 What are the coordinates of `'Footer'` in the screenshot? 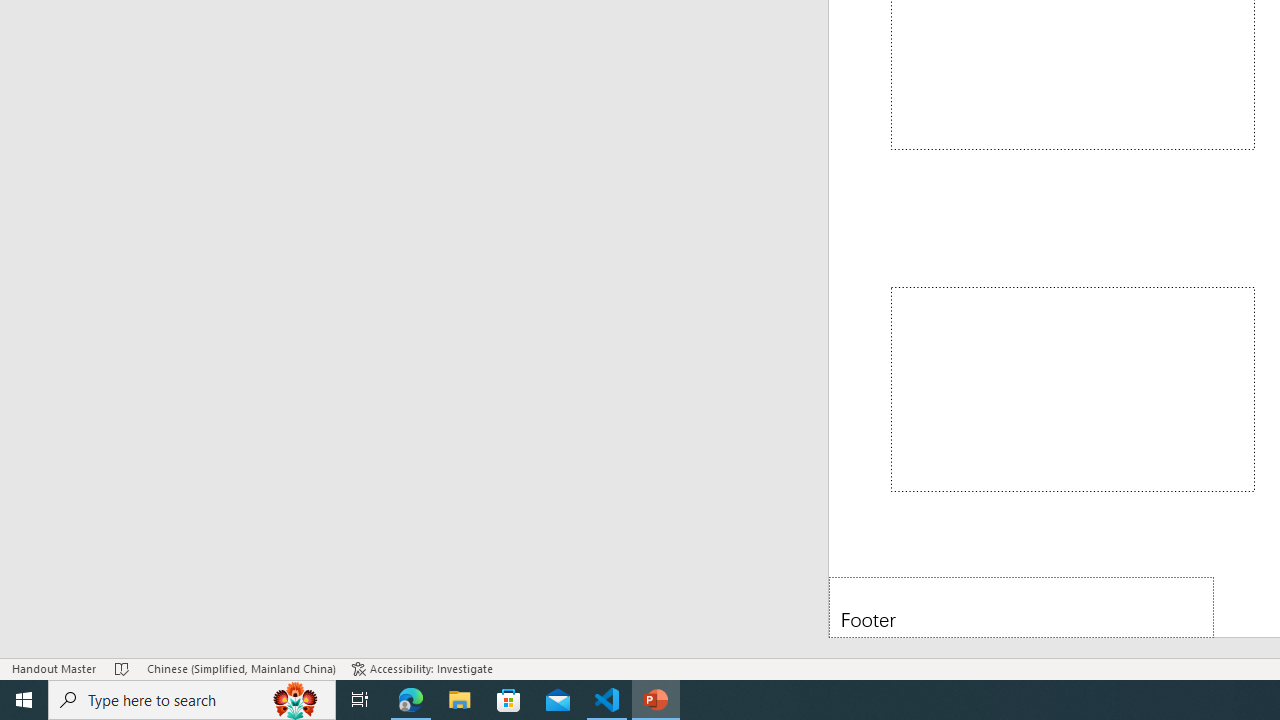 It's located at (1021, 606).